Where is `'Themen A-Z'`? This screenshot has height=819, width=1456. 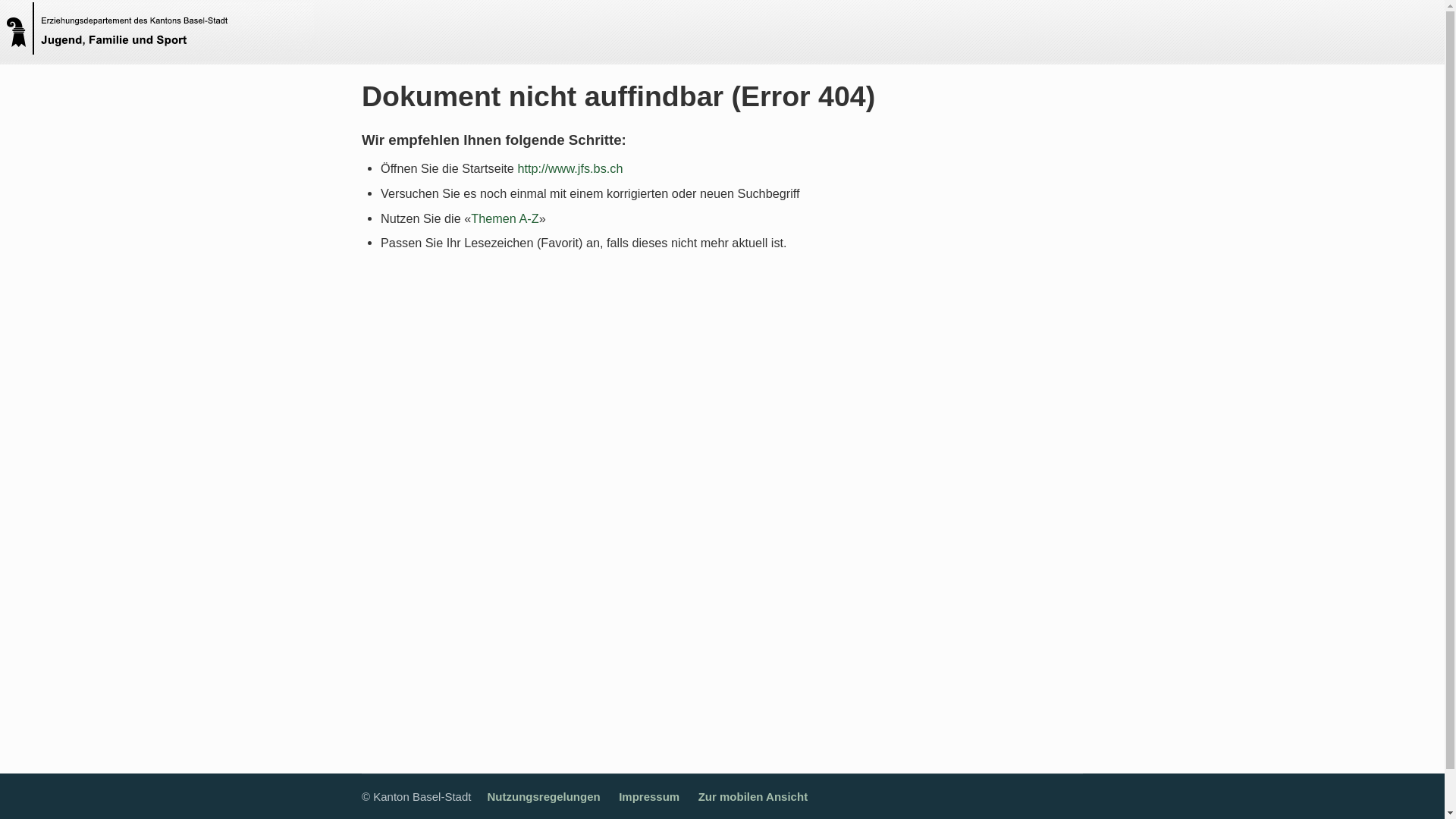 'Themen A-Z' is located at coordinates (469, 217).